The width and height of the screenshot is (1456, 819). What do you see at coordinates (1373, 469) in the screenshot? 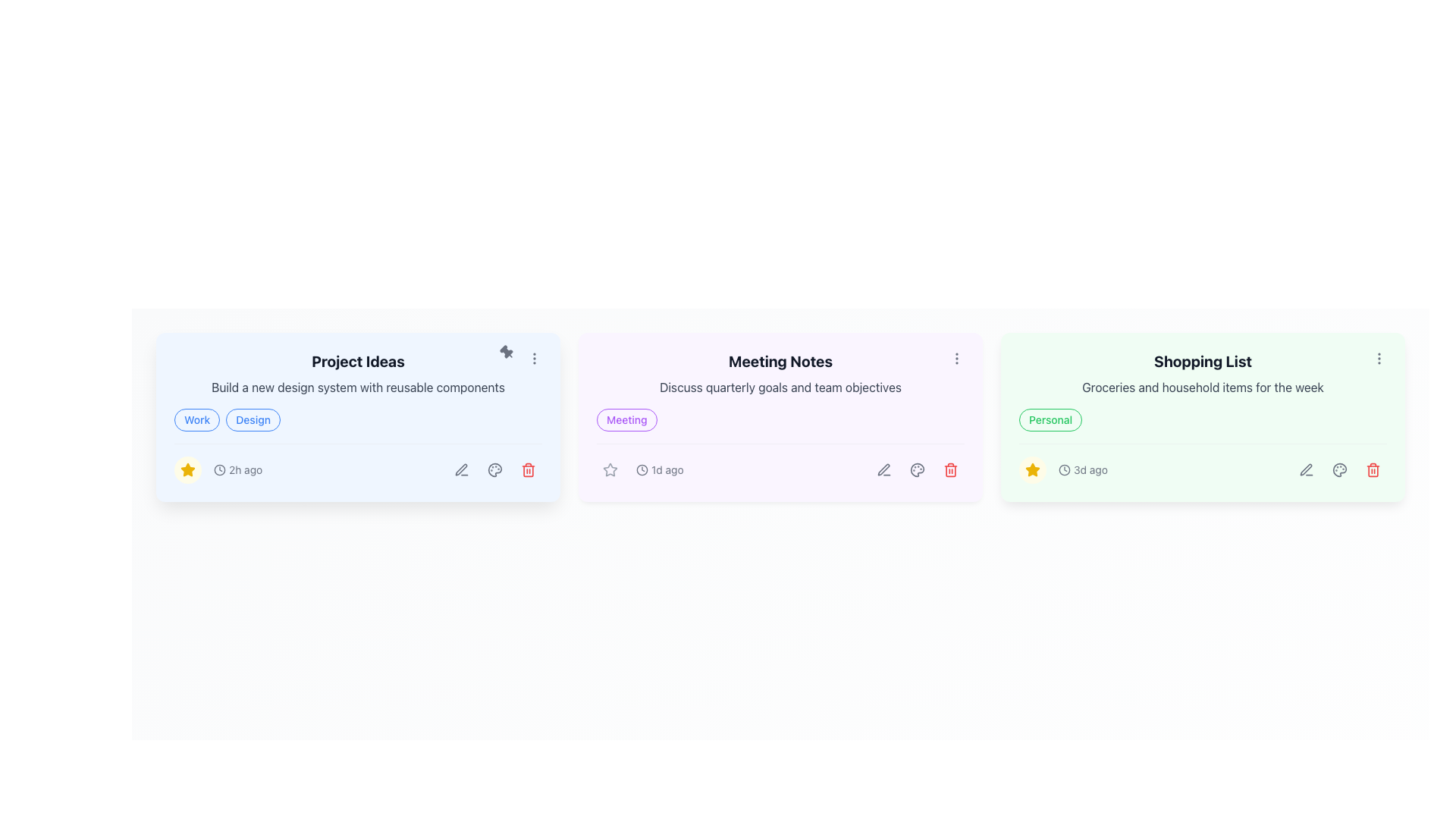
I see `the red trash can icon located in the lower-right corner of the 'Shopping List' card` at bounding box center [1373, 469].